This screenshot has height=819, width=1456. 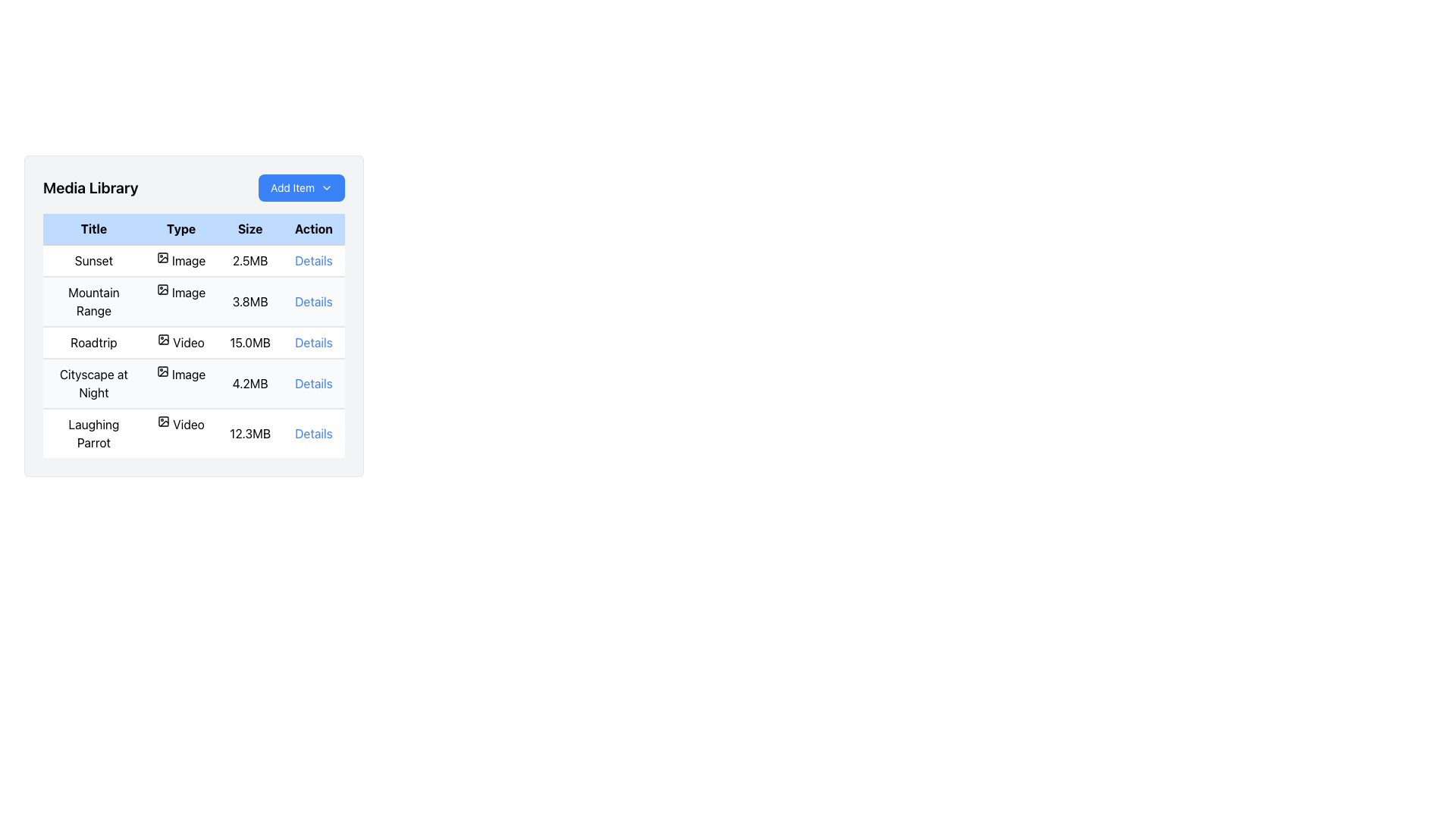 What do you see at coordinates (93, 301) in the screenshot?
I see `the text element displaying 'Mountain Range' which is centrally aligned in the second row of the 'Title' column in the tabular layout` at bounding box center [93, 301].